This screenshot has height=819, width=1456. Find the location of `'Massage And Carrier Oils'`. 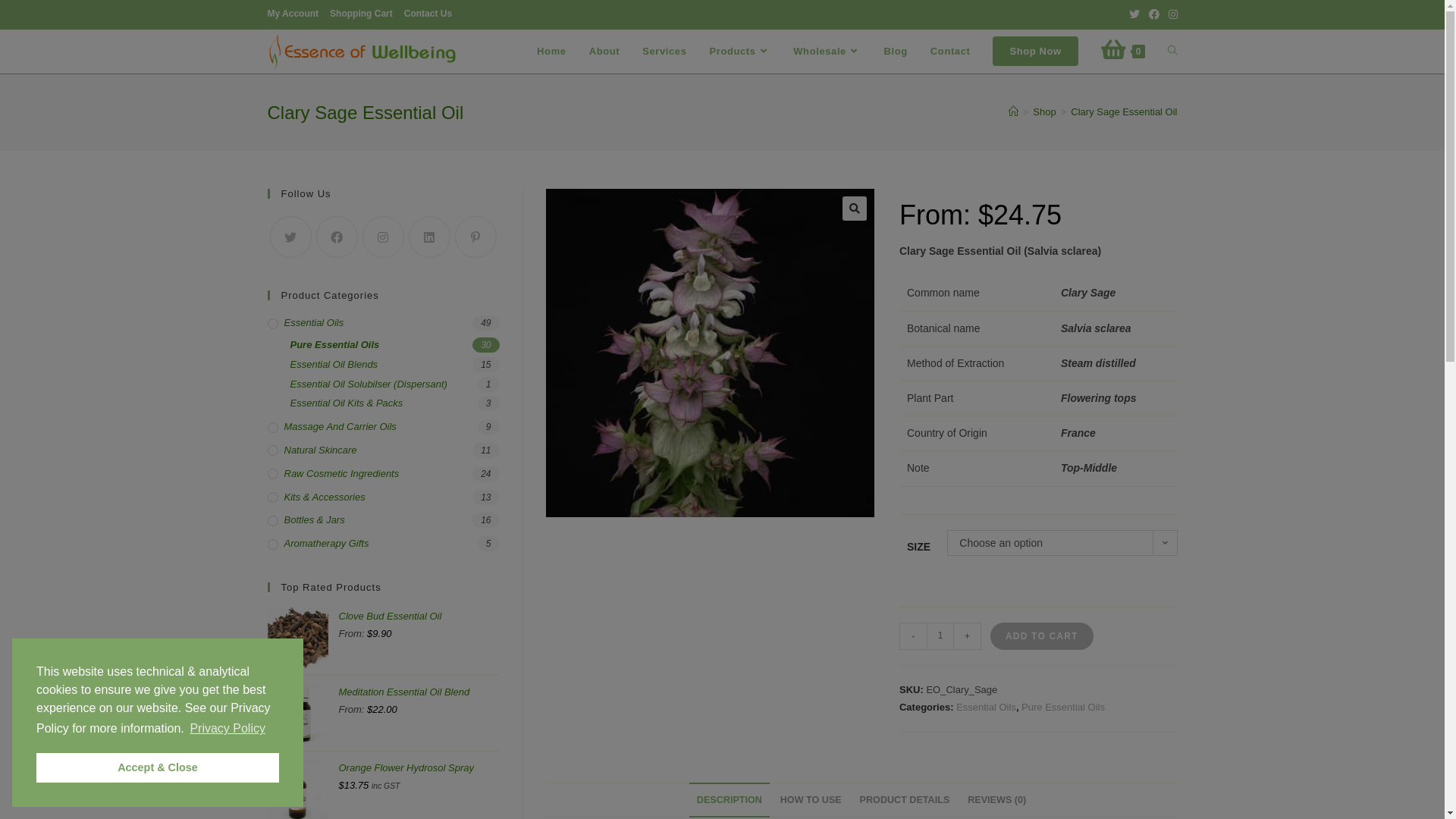

'Massage And Carrier Oils' is located at coordinates (266, 427).